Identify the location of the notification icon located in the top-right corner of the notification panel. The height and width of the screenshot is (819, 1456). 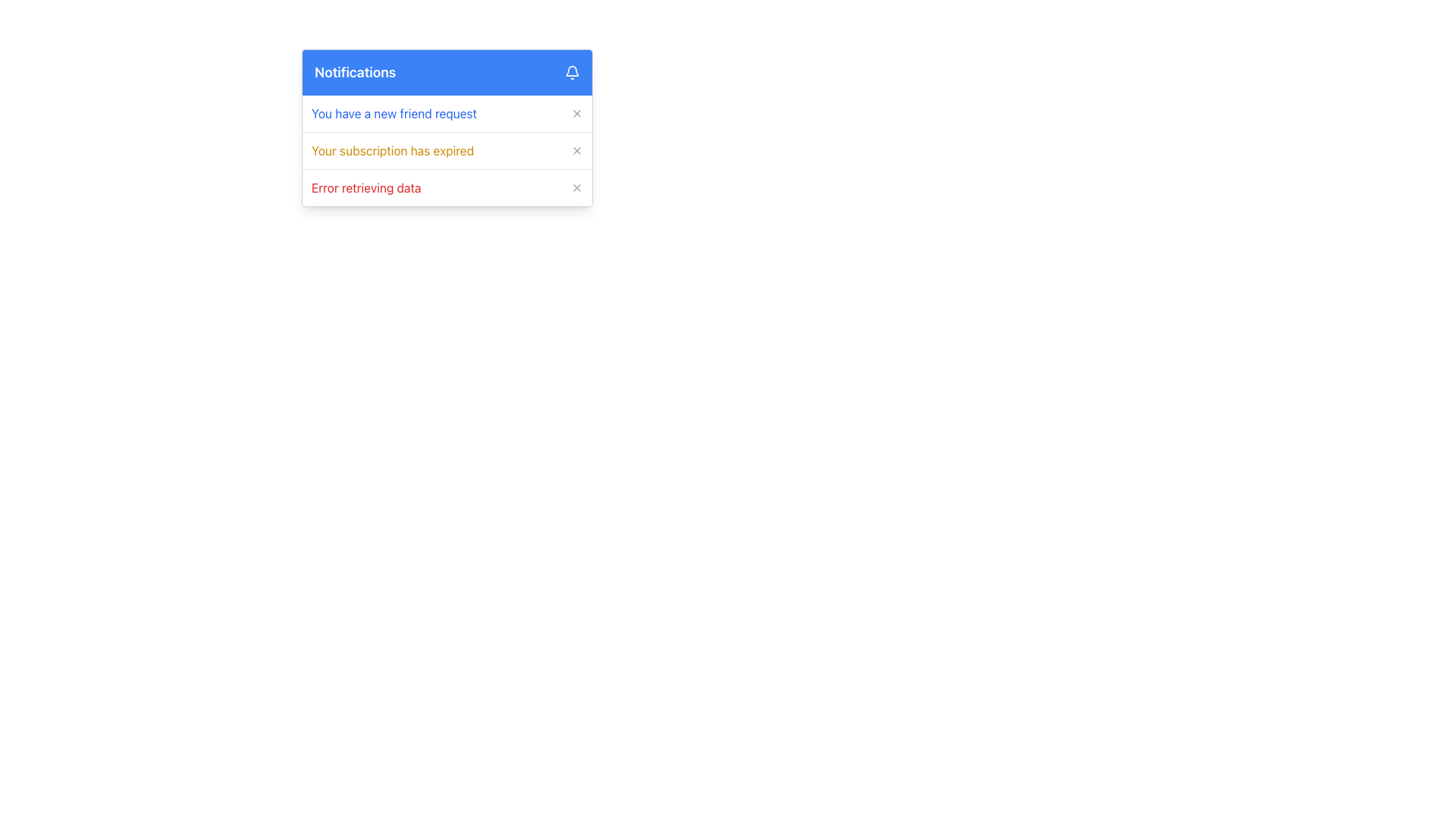
(571, 73).